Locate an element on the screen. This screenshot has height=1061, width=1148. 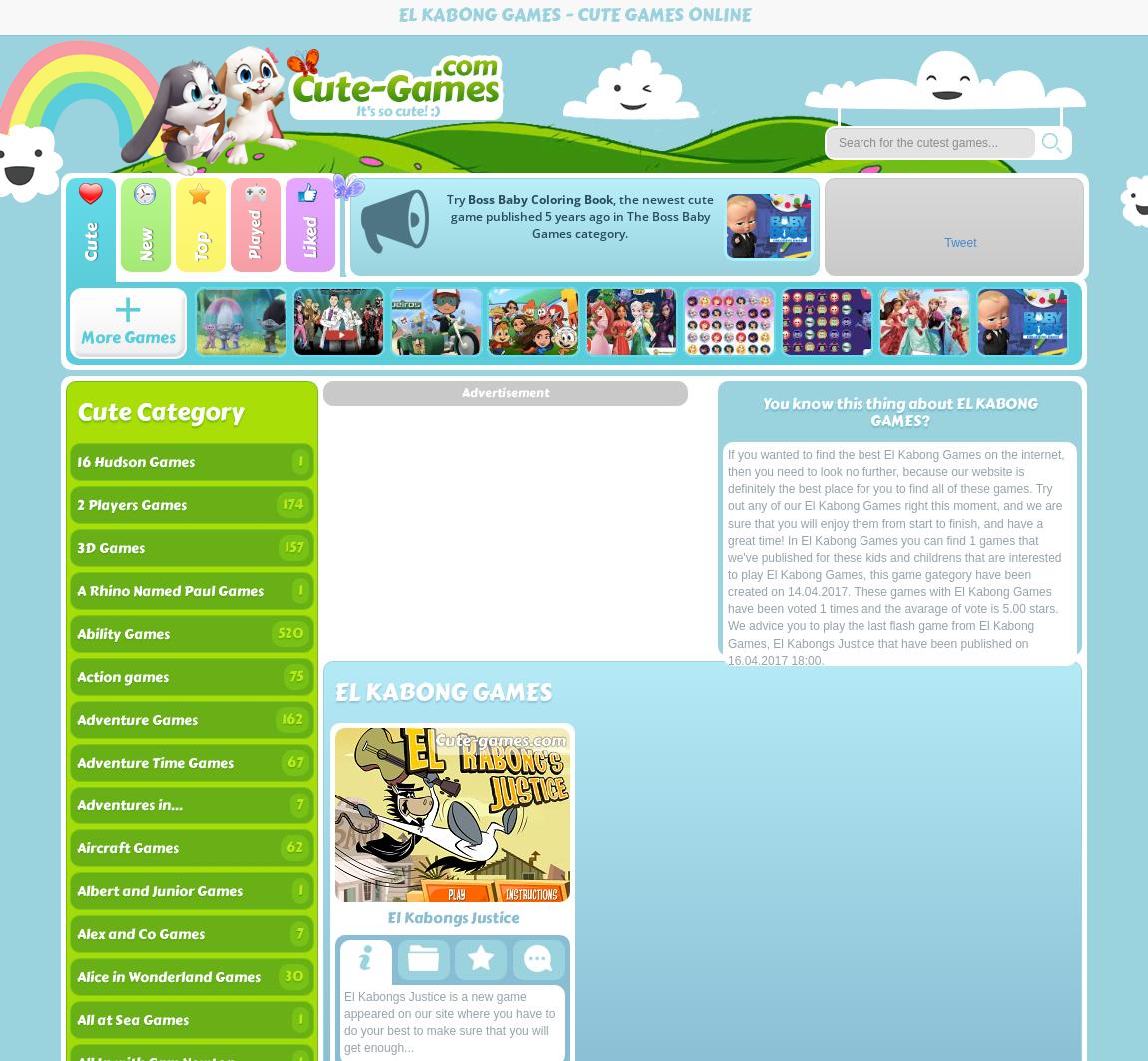
'67' is located at coordinates (295, 761).